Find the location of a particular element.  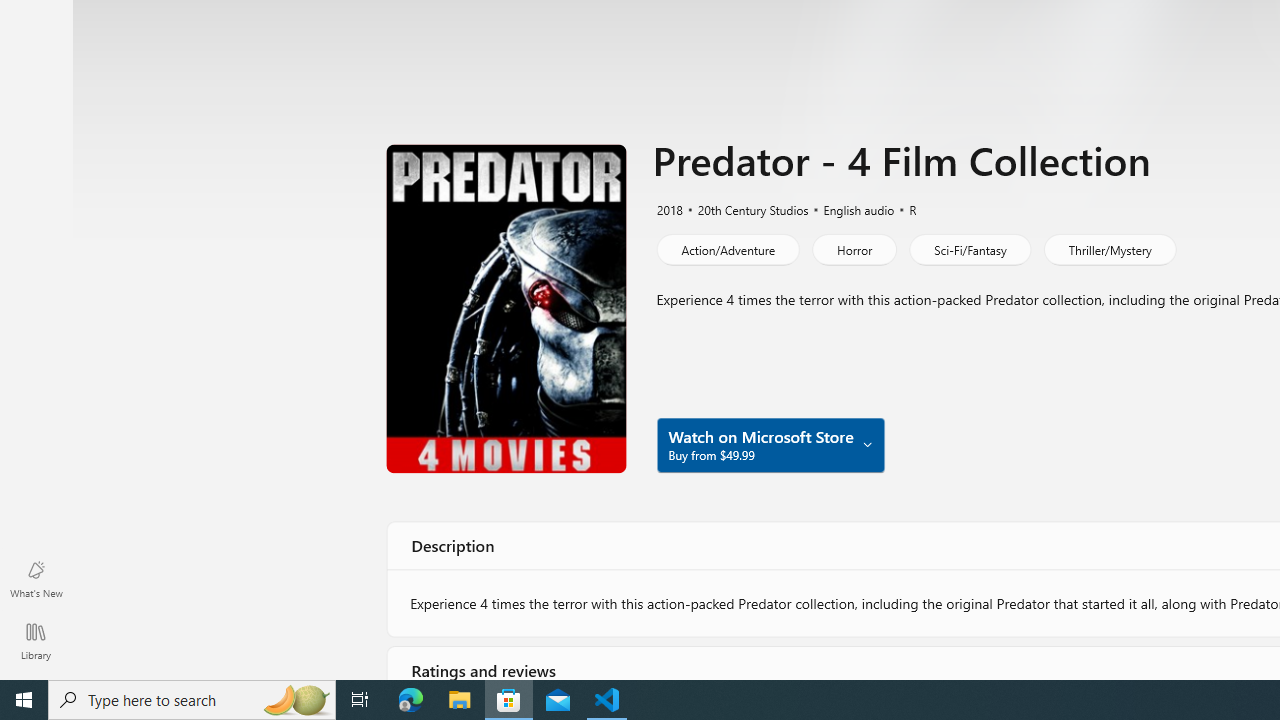

'Horror' is located at coordinates (854, 248).